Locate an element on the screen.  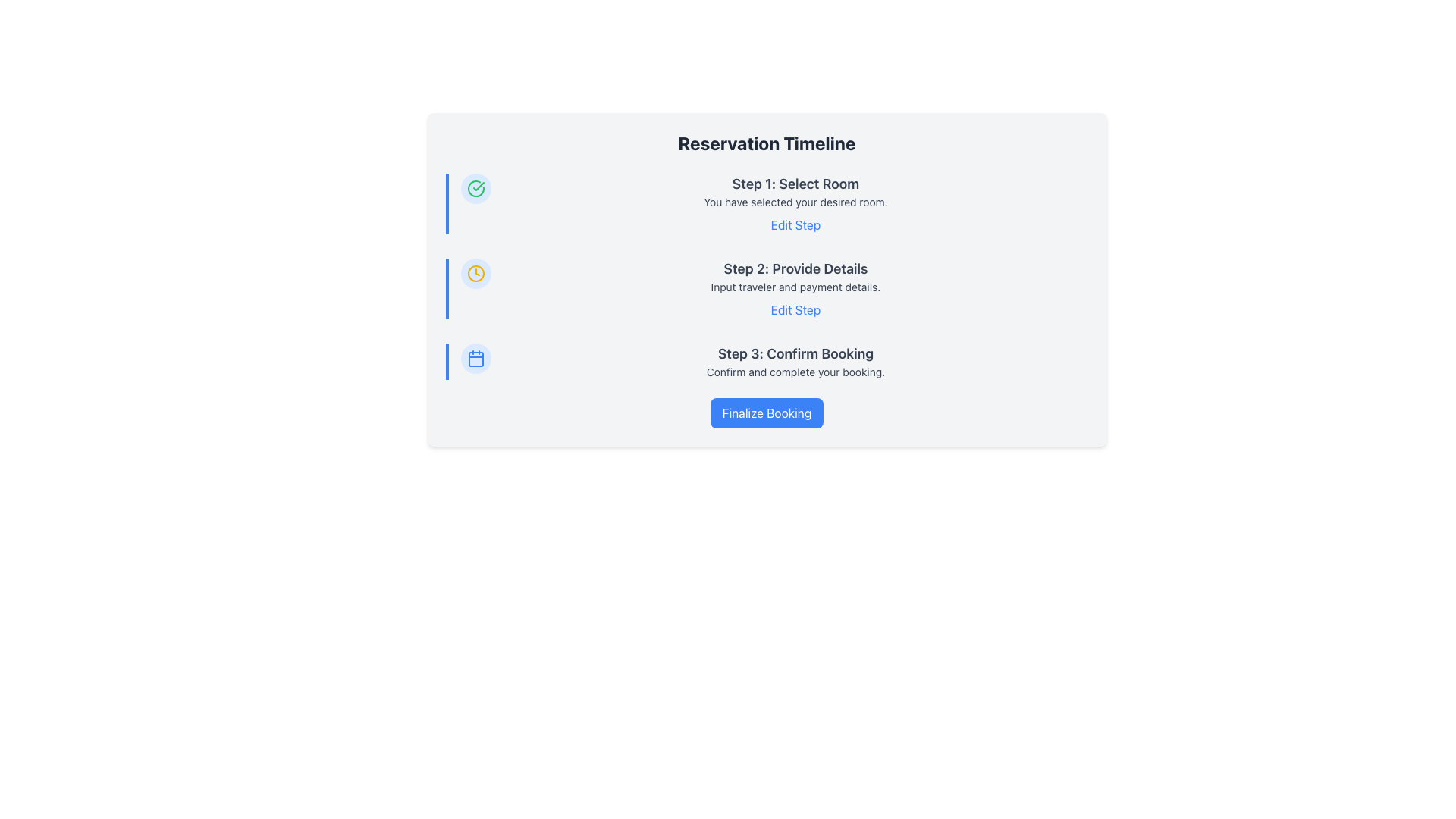
the heading 'Step 1: Select Room' is located at coordinates (795, 184).